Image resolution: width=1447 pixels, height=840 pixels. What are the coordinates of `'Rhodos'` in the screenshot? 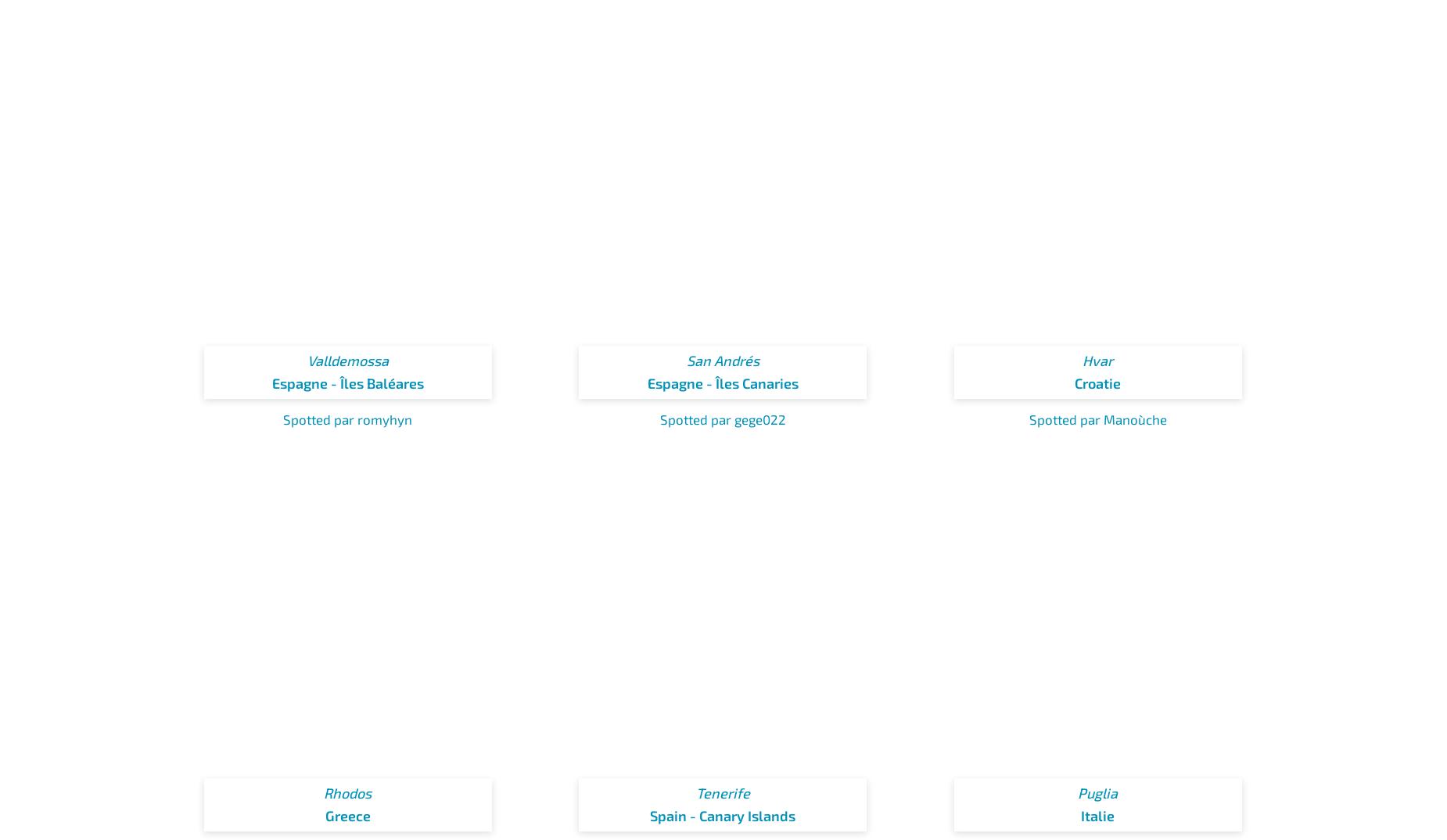 It's located at (346, 792).